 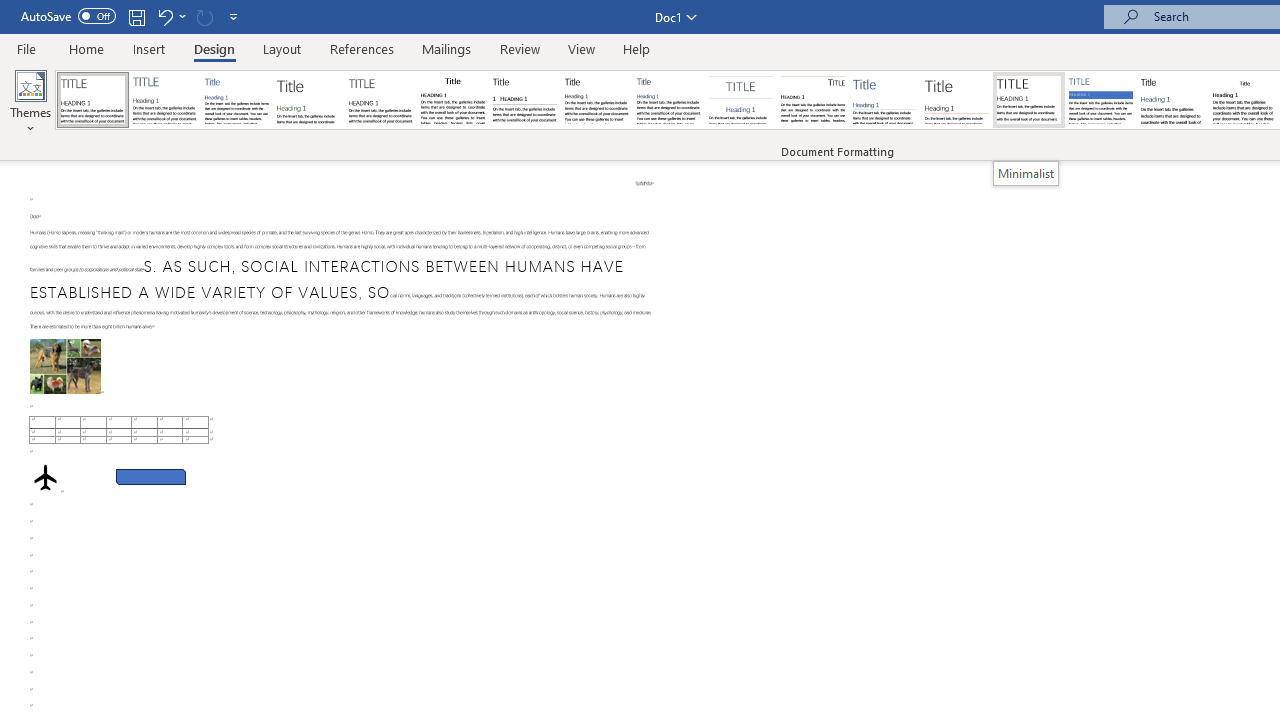 I want to click on 'Rectangle: Diagonal Corners Snipped 2', so click(x=150, y=473).